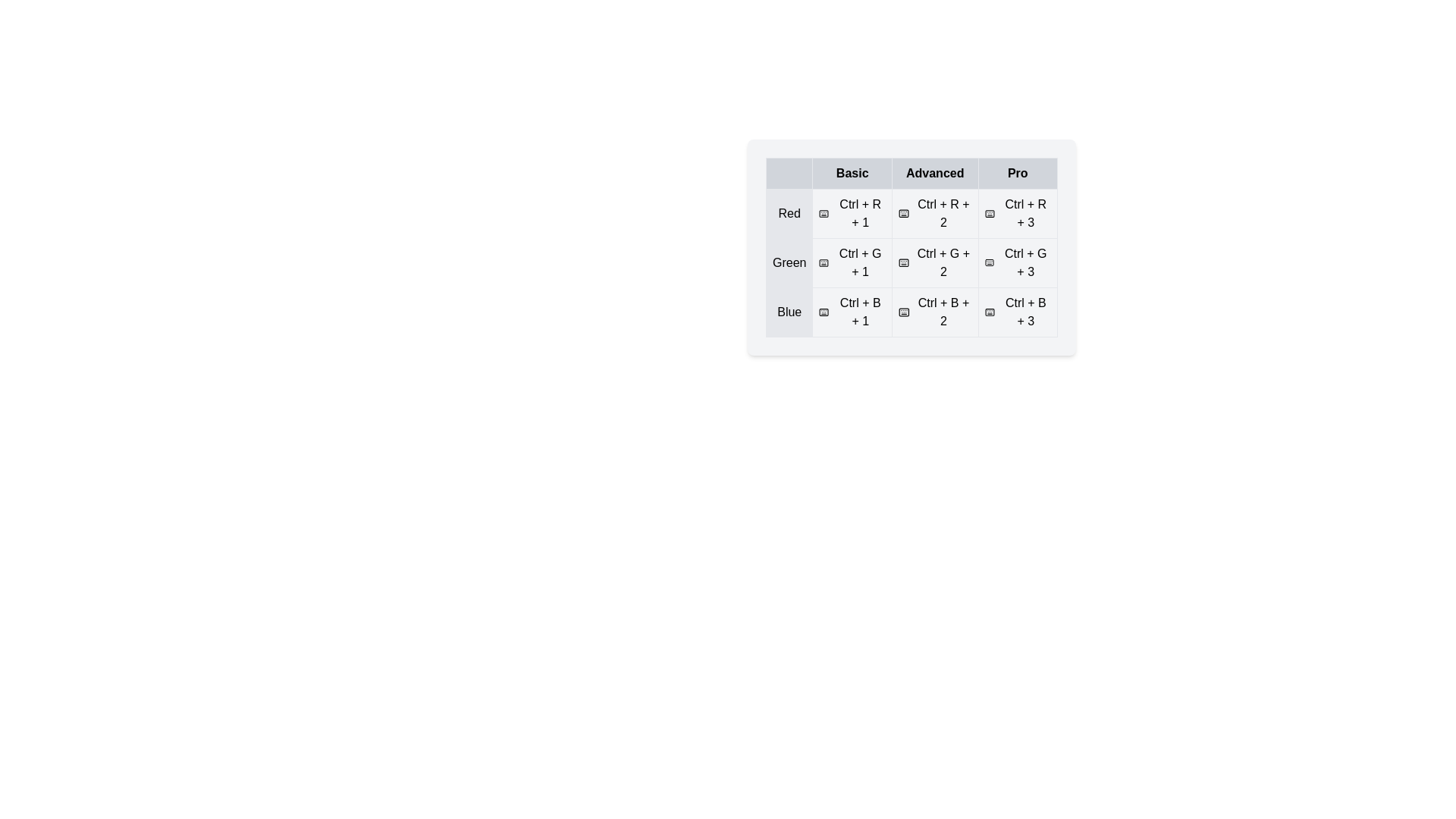 The width and height of the screenshot is (1456, 819). I want to click on the keyboard input icon located in the first cell of the 'Blue' row under the 'Basic' column, which indicates the action 'Ctrl + B + 1', so click(824, 312).